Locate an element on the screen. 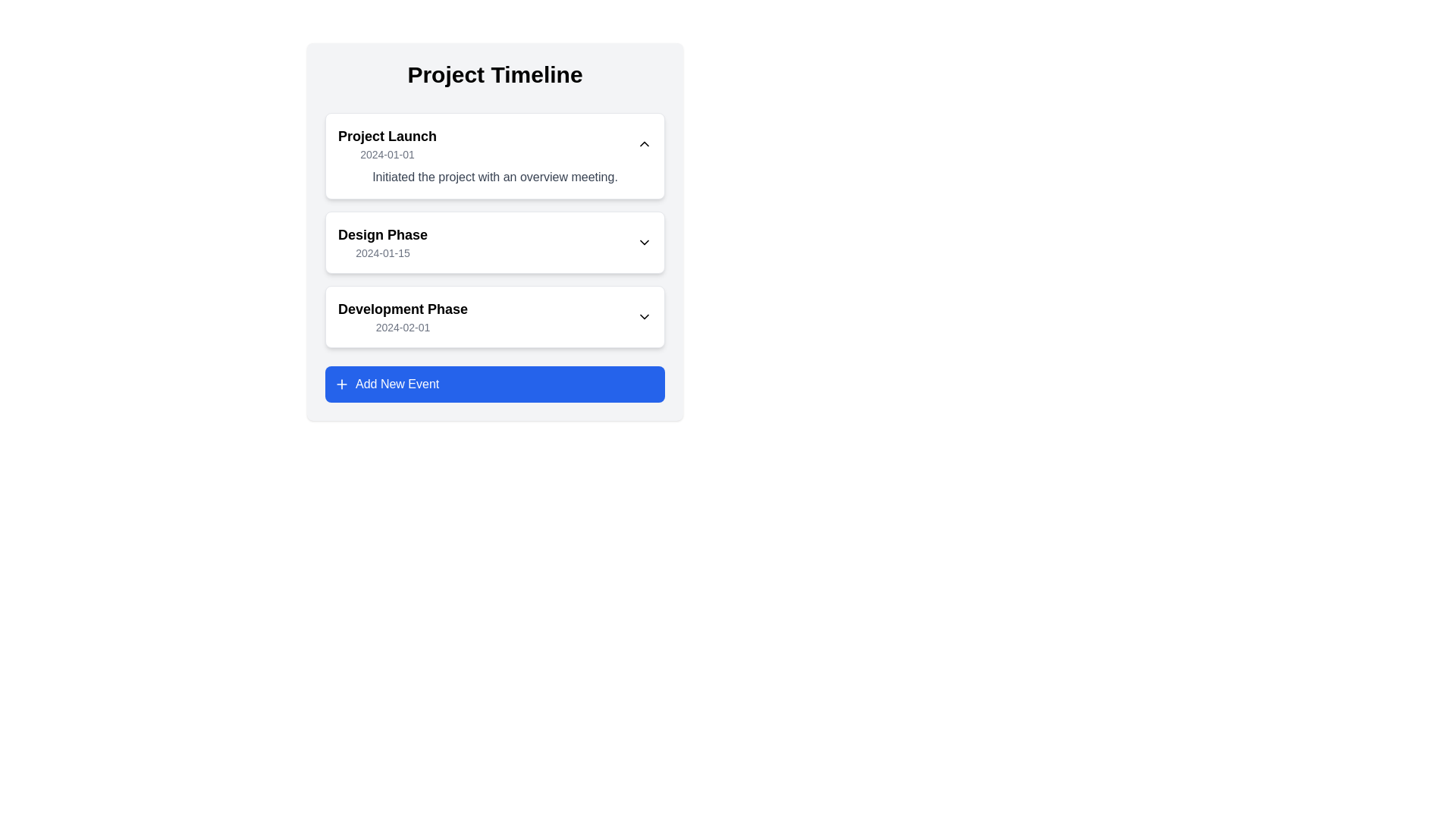  the 'Development Phase' text label, which is the third entry in a list of phases in the 'Project Timeline' section, located above the '+' button labeled 'Add New Event' is located at coordinates (403, 315).